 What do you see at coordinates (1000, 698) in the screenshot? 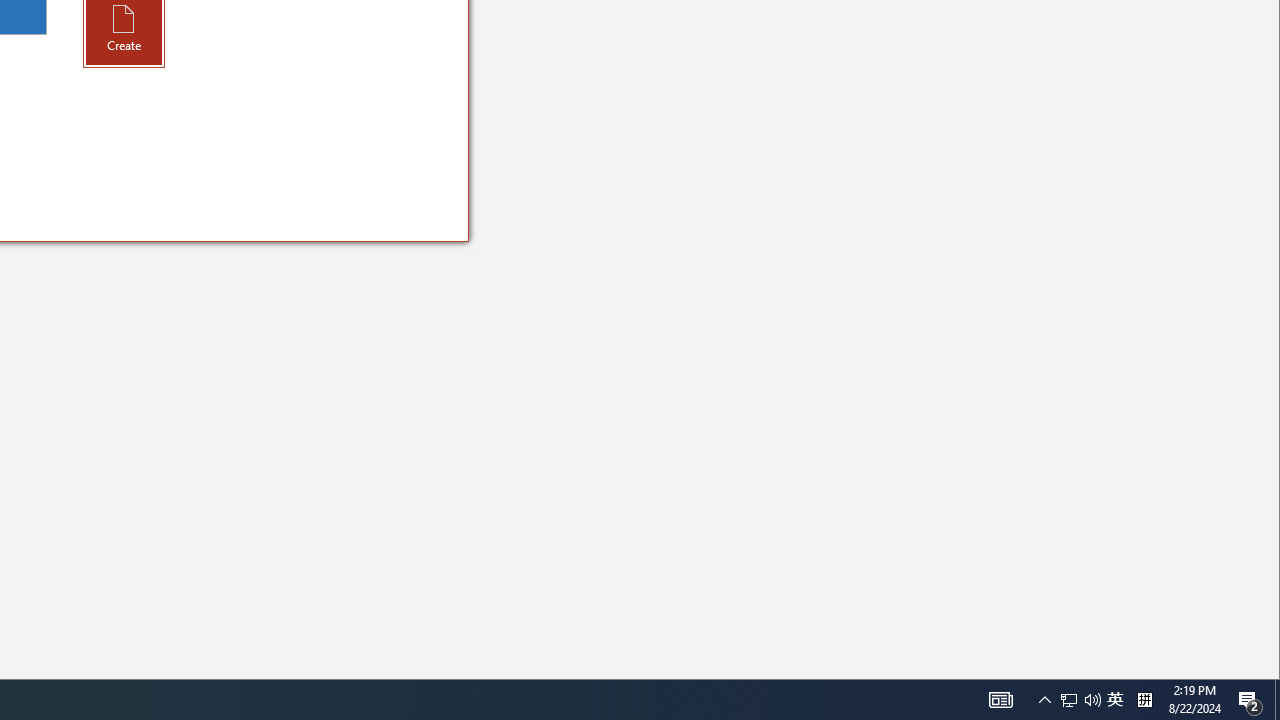
I see `'Notification Chevron'` at bounding box center [1000, 698].